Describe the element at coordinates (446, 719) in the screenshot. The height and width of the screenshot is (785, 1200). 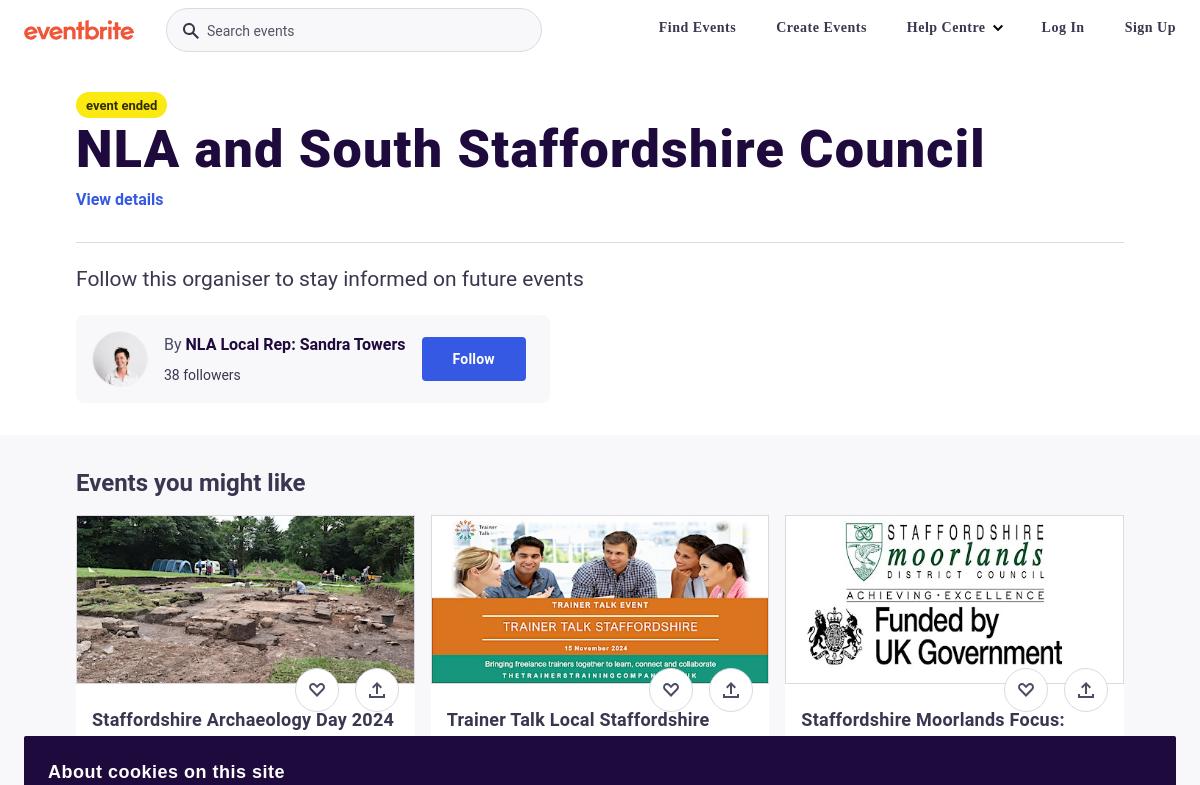
I see `'Trainer Talk Local Staffordshire'` at that location.